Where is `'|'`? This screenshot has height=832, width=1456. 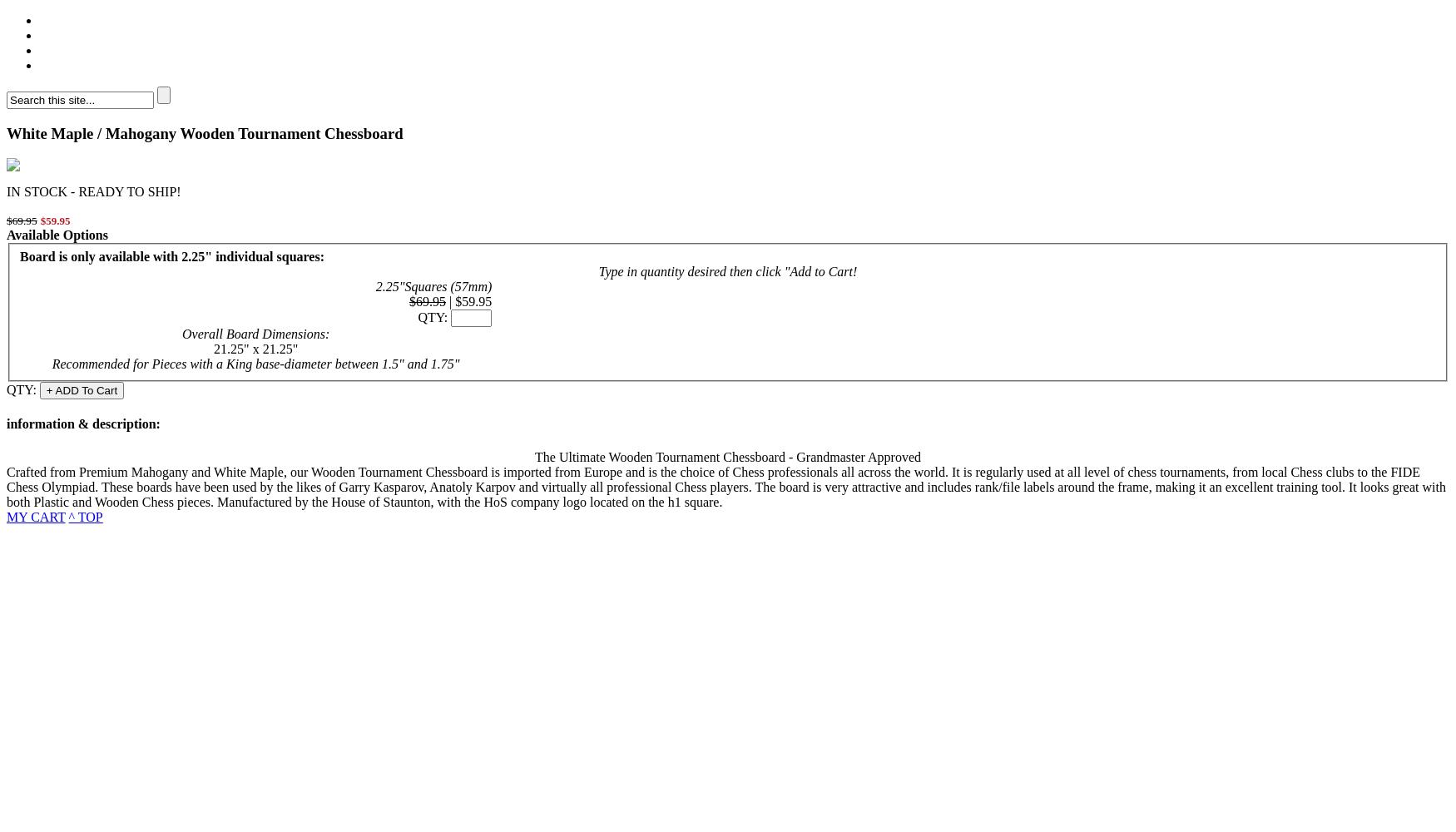 '|' is located at coordinates (449, 300).